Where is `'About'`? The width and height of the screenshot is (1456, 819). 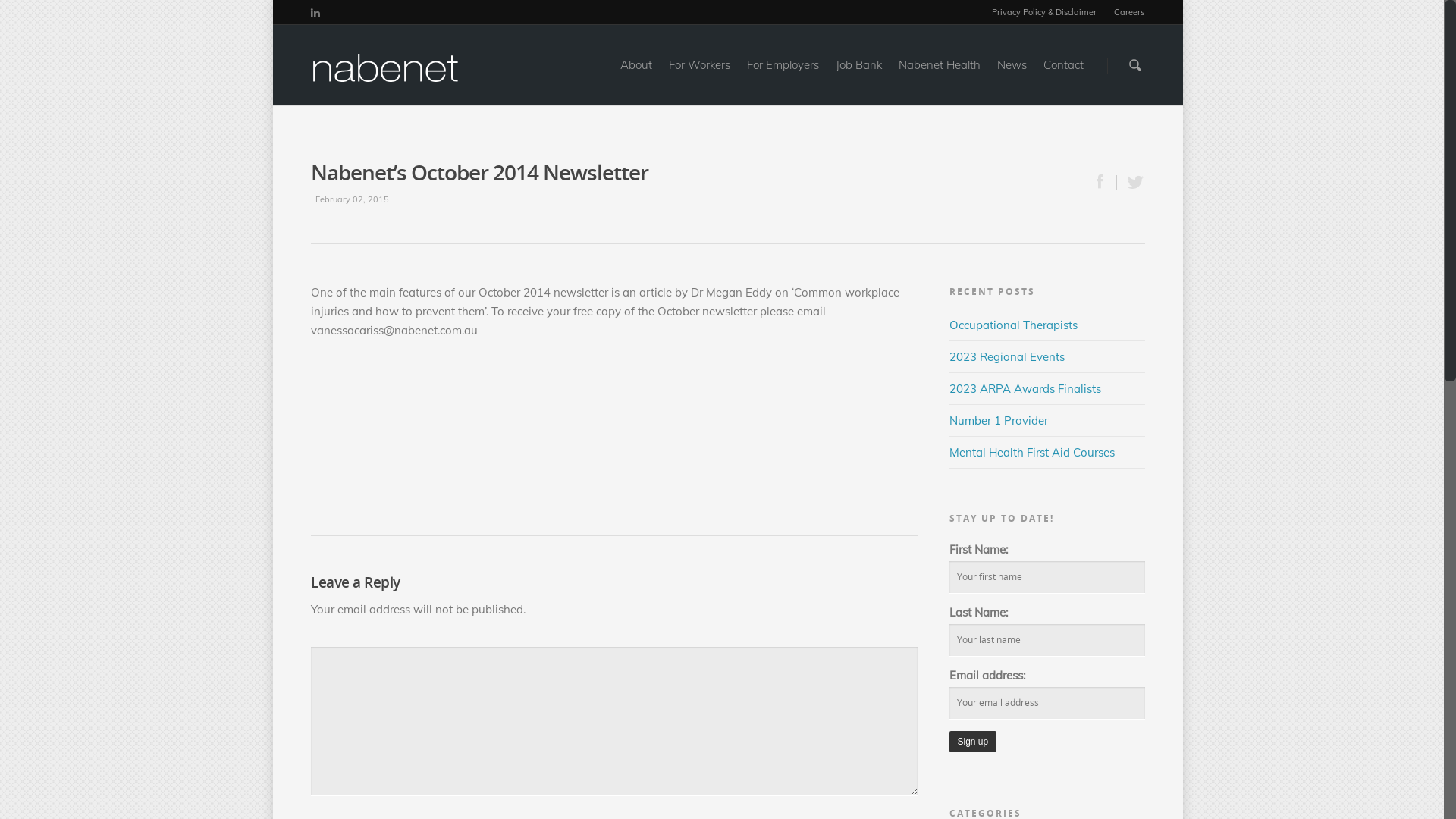 'About' is located at coordinates (636, 76).